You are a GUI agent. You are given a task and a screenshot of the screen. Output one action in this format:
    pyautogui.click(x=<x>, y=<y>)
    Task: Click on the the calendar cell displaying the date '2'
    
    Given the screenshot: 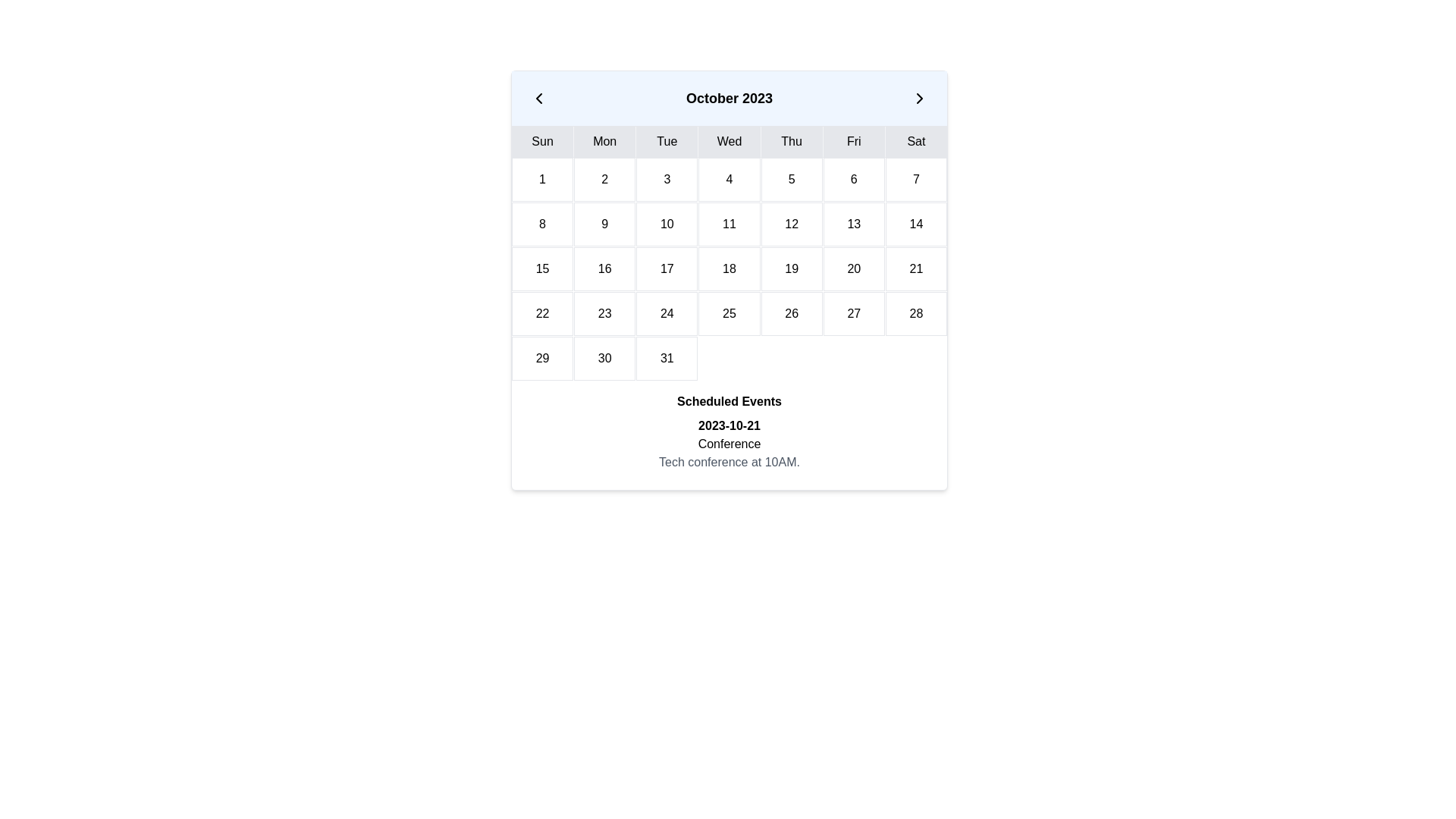 What is the action you would take?
    pyautogui.click(x=604, y=178)
    